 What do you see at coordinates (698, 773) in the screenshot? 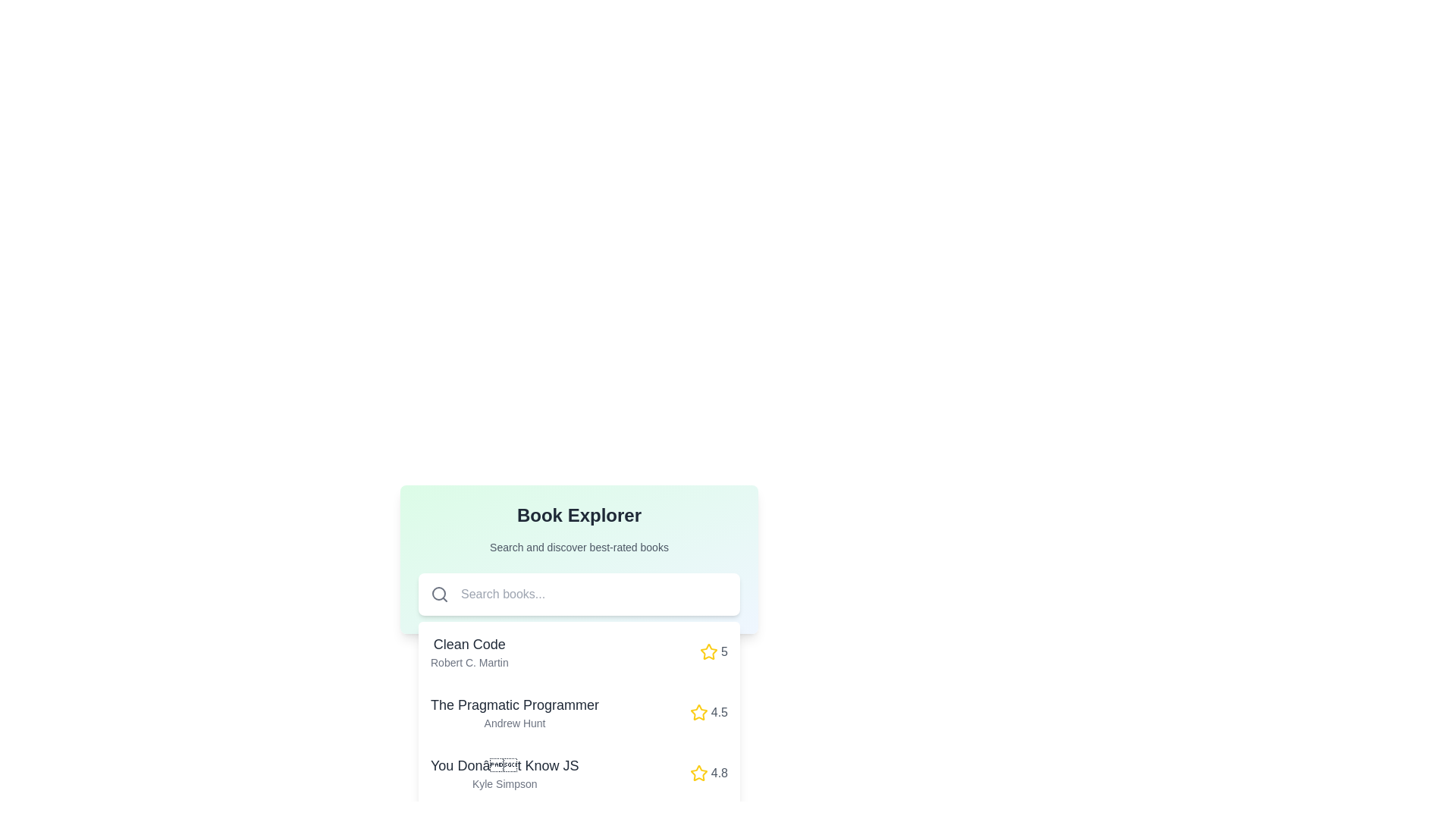
I see `the Rating Icon that visually represents the rating score for the book "You Don't Know JS", located towards the right edge of the interface and aligned horizontally near the book title` at bounding box center [698, 773].